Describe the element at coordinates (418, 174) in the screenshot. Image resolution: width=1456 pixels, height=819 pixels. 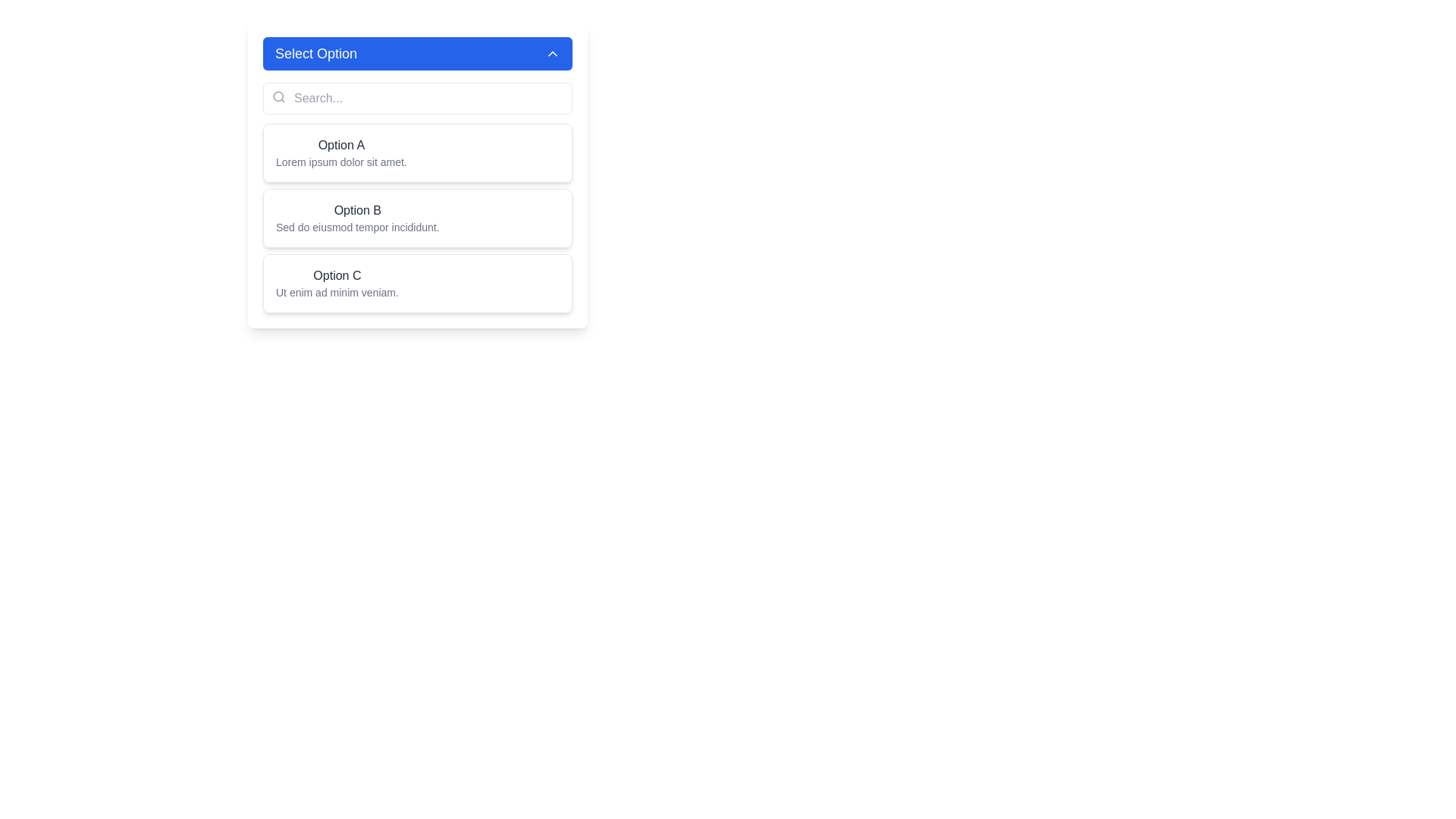
I see `the first selectable option 'Option A' in the dropdown list` at that location.